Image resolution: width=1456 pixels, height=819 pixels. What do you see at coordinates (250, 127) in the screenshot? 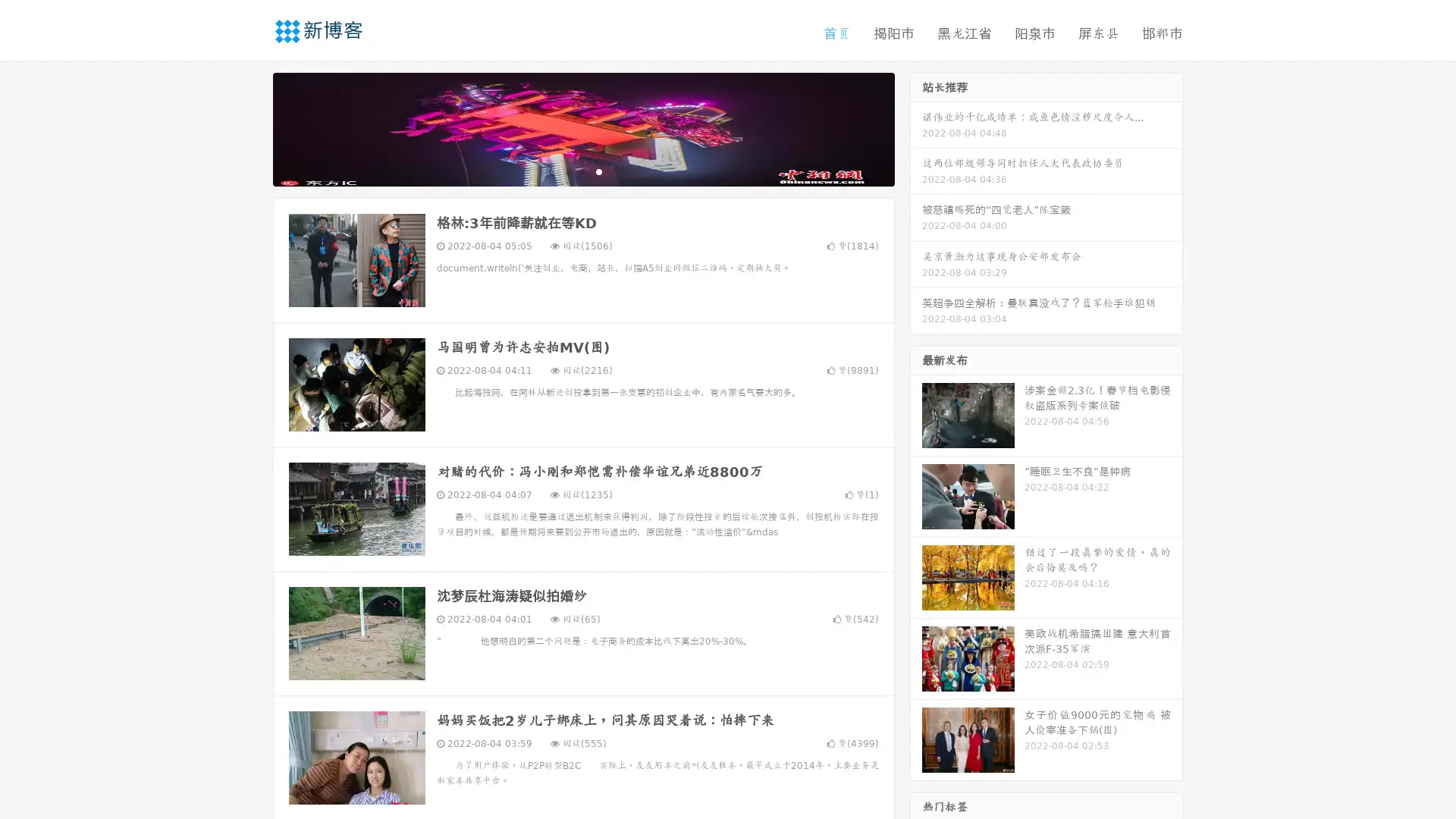
I see `Previous slide` at bounding box center [250, 127].